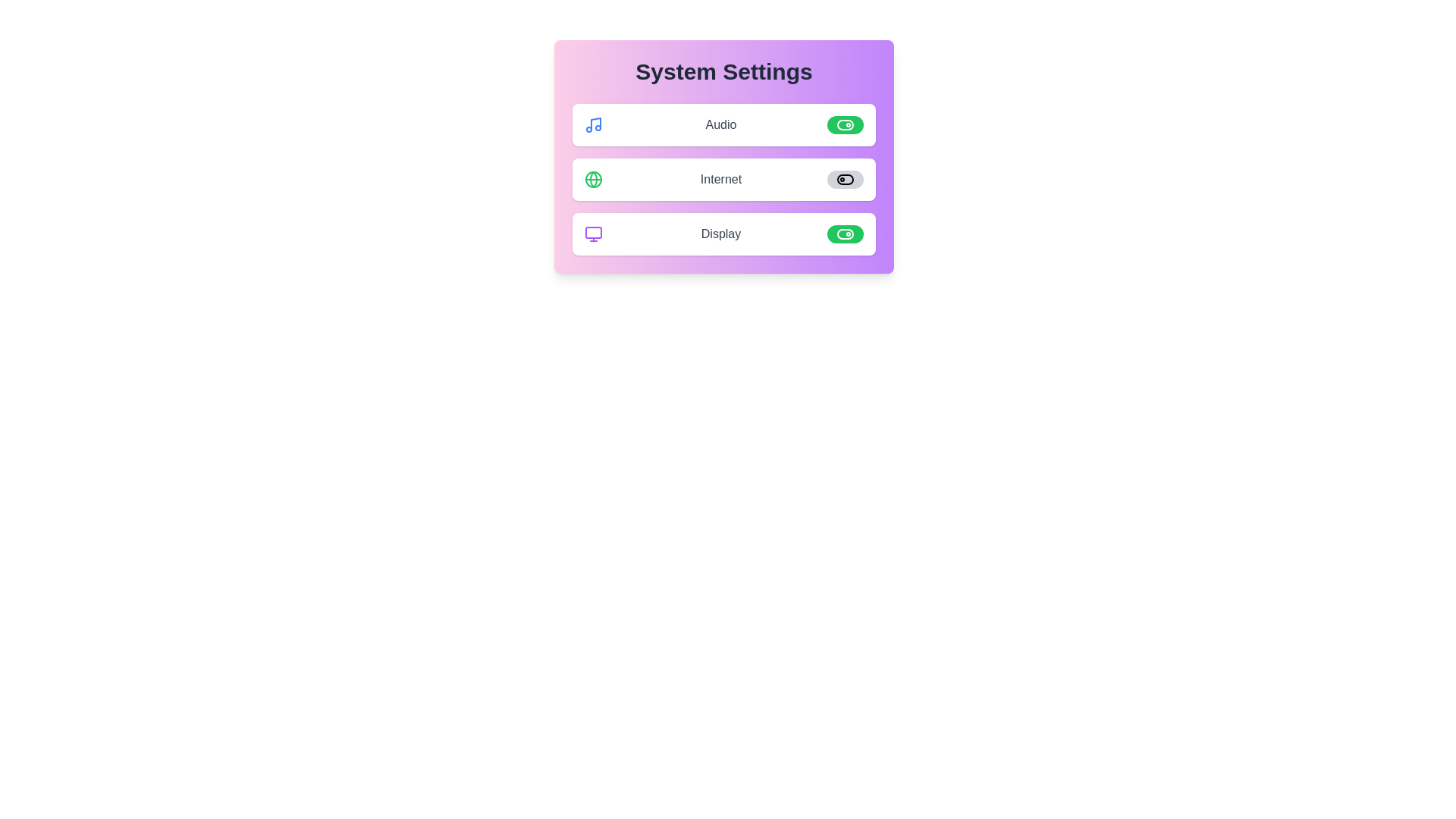  What do you see at coordinates (844, 234) in the screenshot?
I see `the green-colored toggle switch with rounded corners located at the right end of the 'Display' row in the 'System Settings' card` at bounding box center [844, 234].